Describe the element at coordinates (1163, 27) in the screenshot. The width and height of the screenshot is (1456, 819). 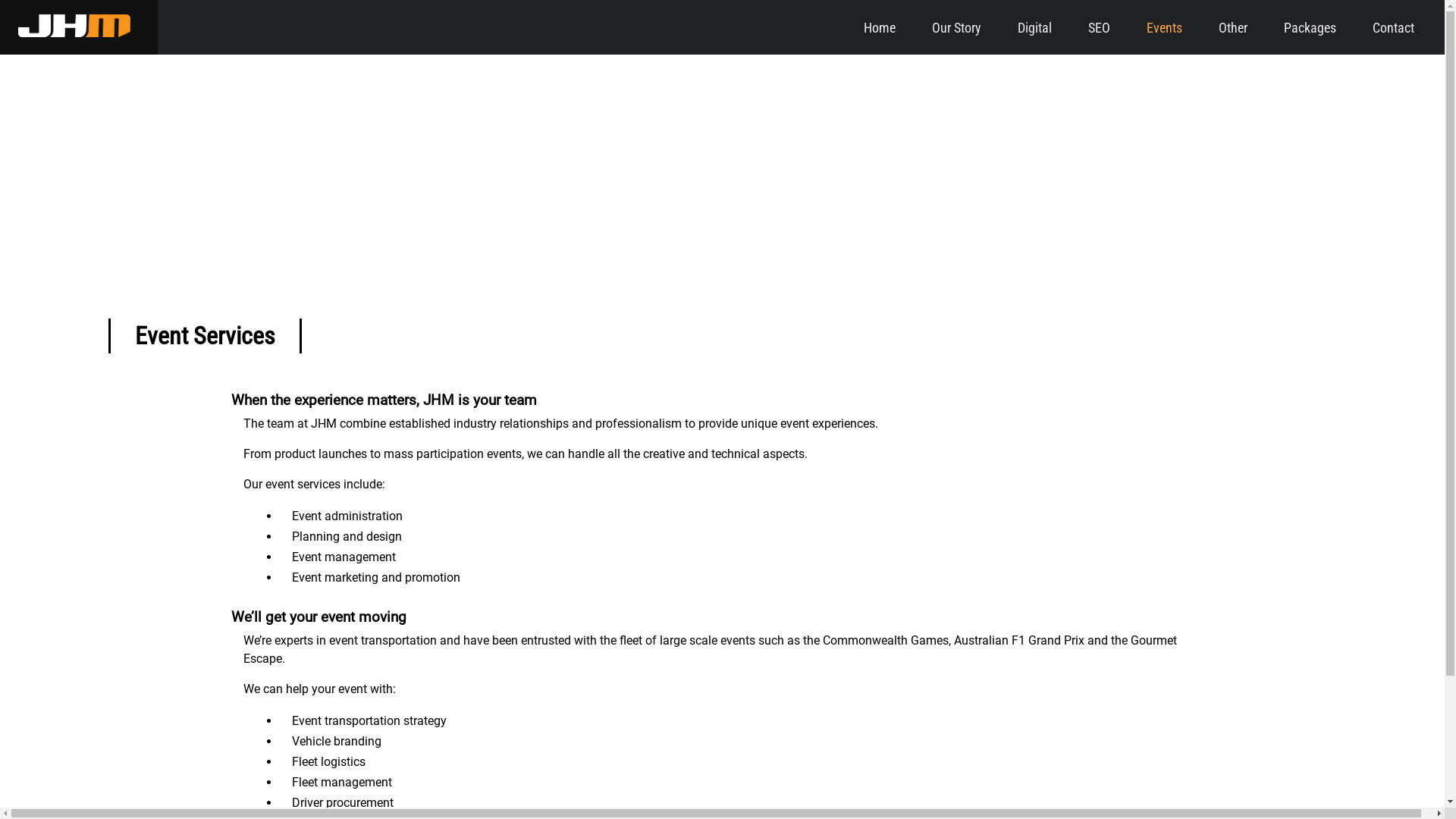
I see `'Events'` at that location.